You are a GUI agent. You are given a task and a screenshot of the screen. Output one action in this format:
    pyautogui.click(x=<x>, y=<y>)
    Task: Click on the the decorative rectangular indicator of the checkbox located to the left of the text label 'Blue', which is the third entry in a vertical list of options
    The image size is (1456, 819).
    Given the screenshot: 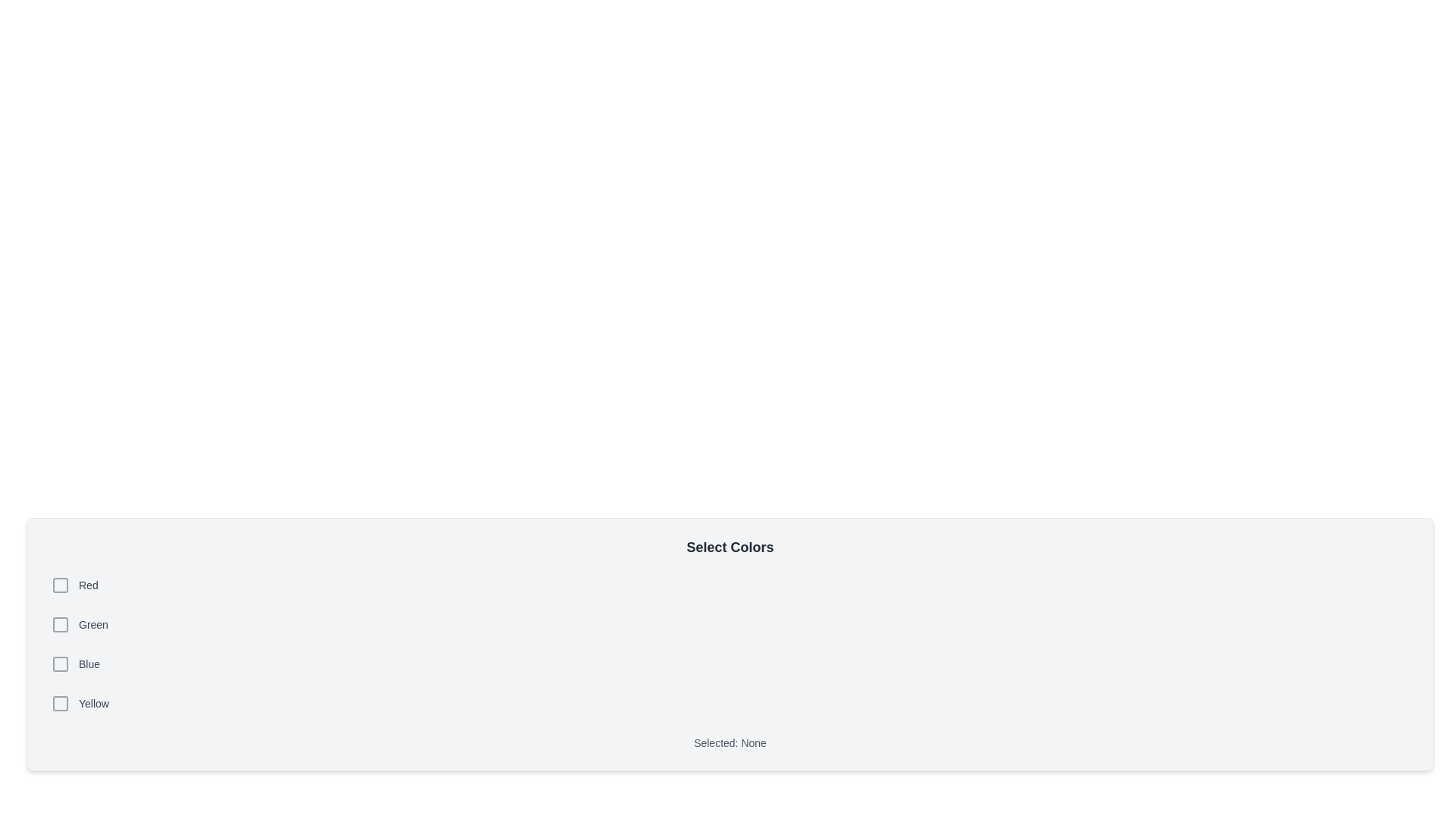 What is the action you would take?
    pyautogui.click(x=61, y=663)
    